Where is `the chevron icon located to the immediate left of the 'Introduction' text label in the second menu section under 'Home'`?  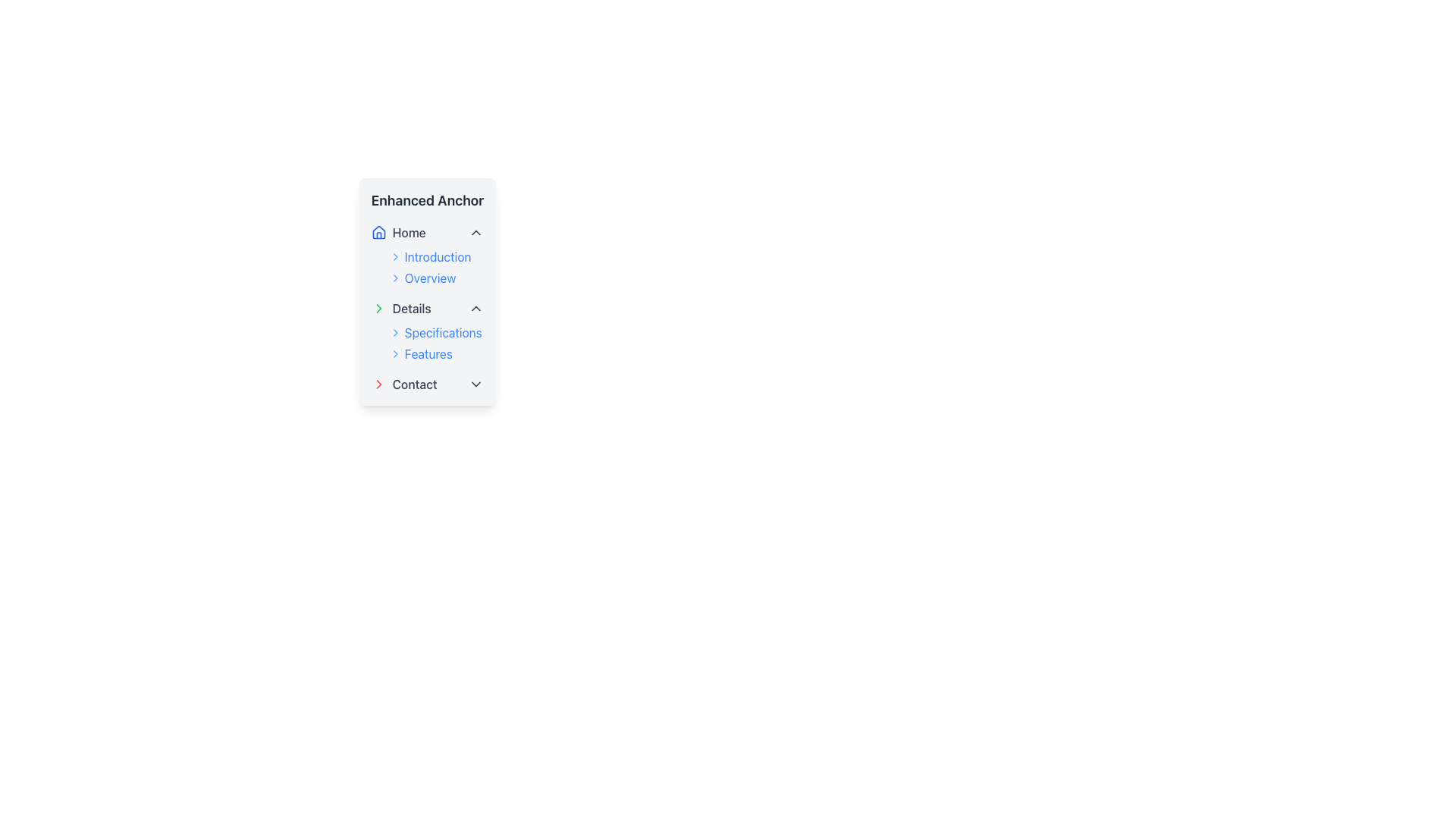 the chevron icon located to the immediate left of the 'Introduction' text label in the second menu section under 'Home' is located at coordinates (395, 256).